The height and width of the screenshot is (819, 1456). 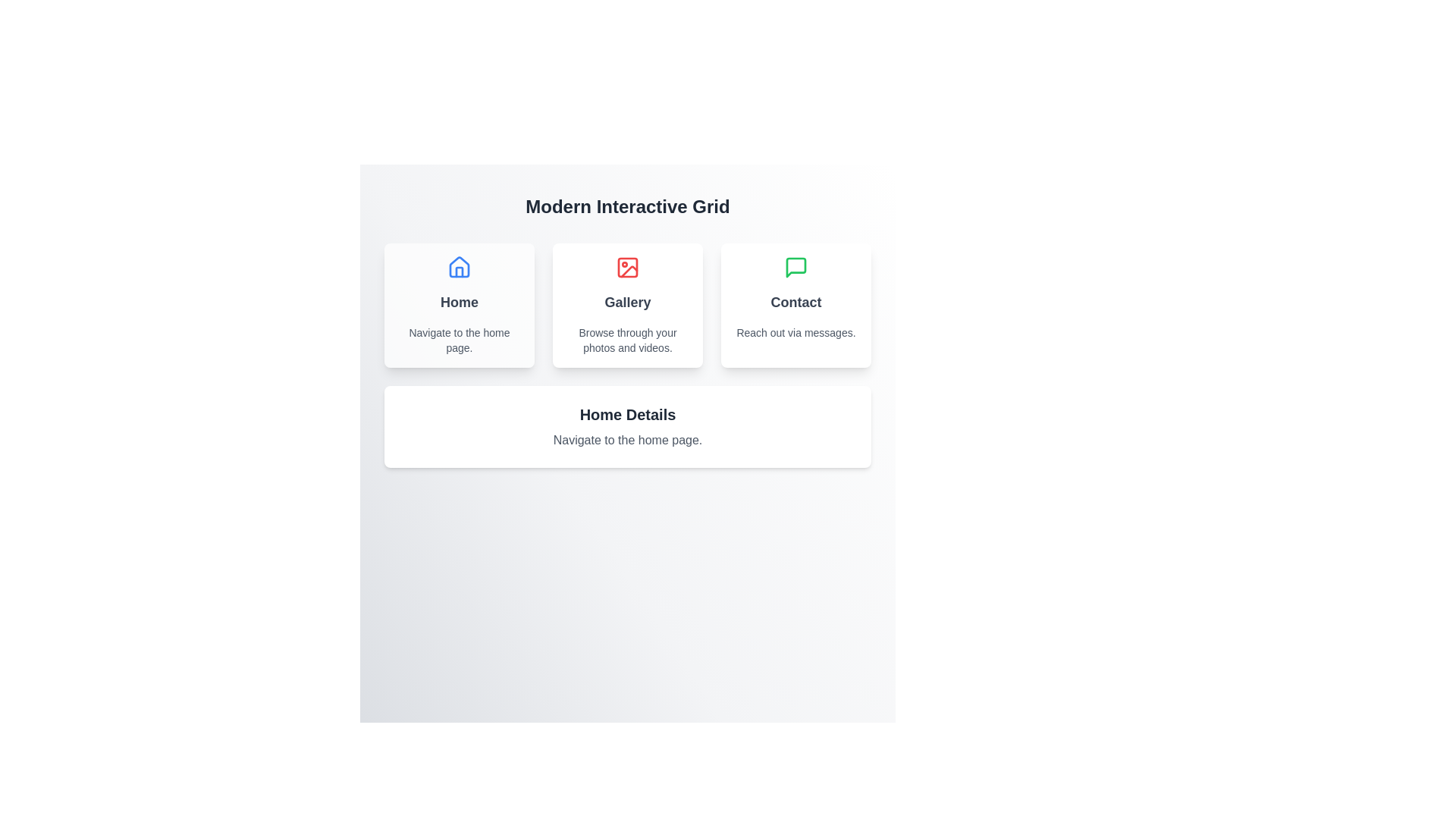 What do you see at coordinates (458, 265) in the screenshot?
I see `the 'Home' icon which is located within the 'Home' card, positioned centrally above the text 'Home'` at bounding box center [458, 265].